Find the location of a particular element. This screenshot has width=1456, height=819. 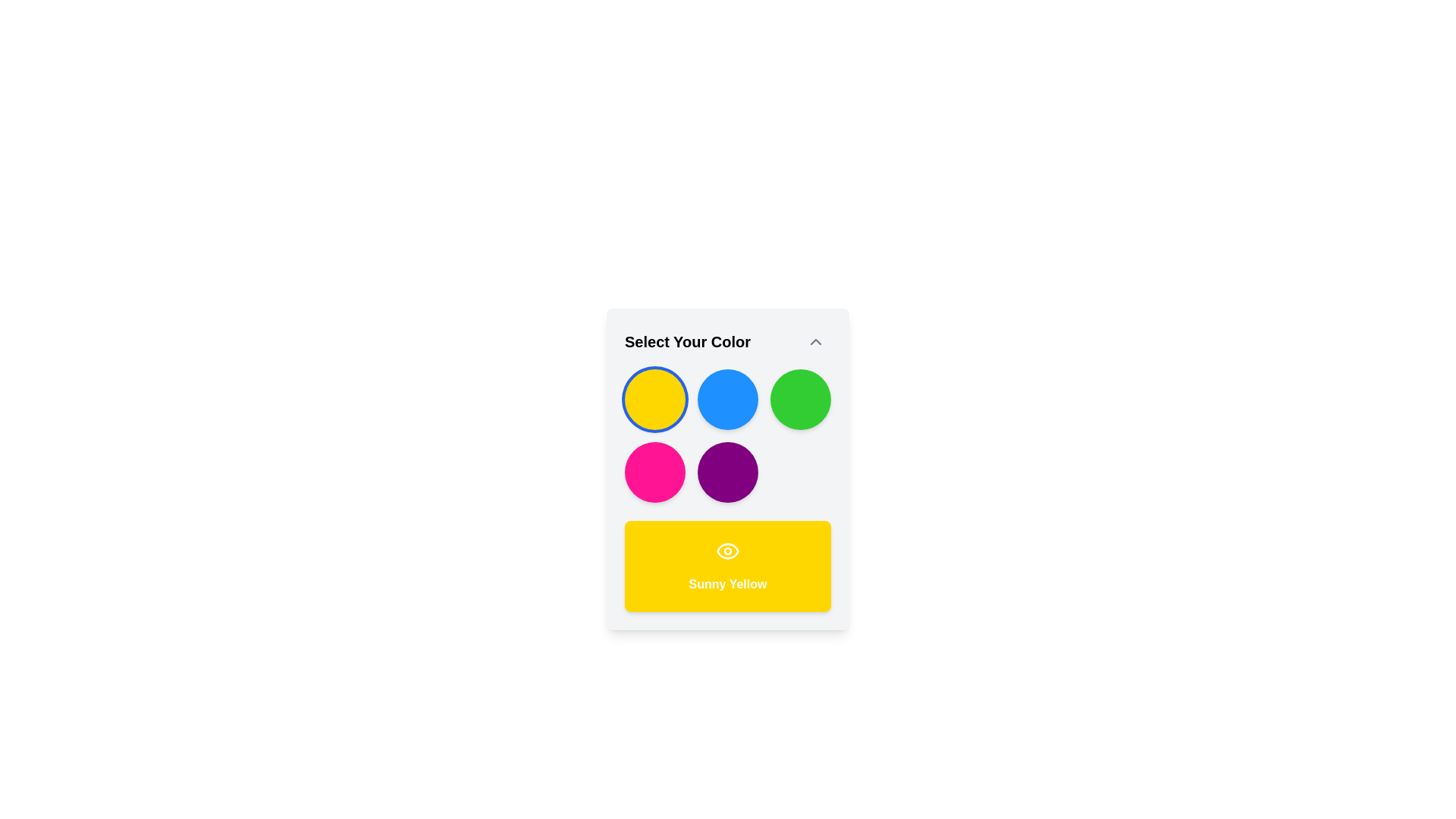

the eye-shaped icon with a yellow background located above the 'Sunny Yellow' text button is located at coordinates (728, 551).